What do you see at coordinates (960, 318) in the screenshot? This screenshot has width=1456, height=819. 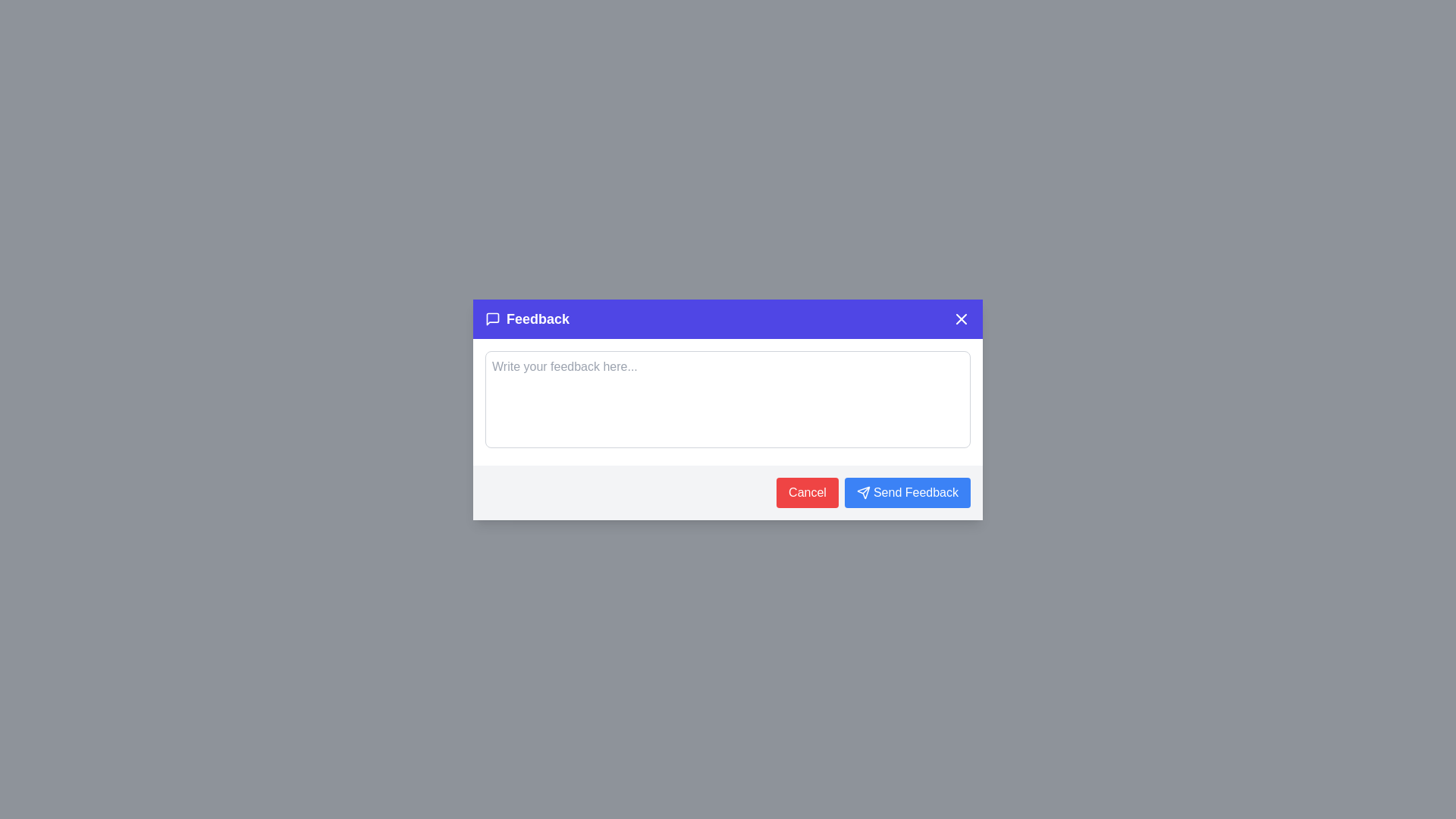 I see `the close button (X) in the top-right corner of the feedback dialog` at bounding box center [960, 318].